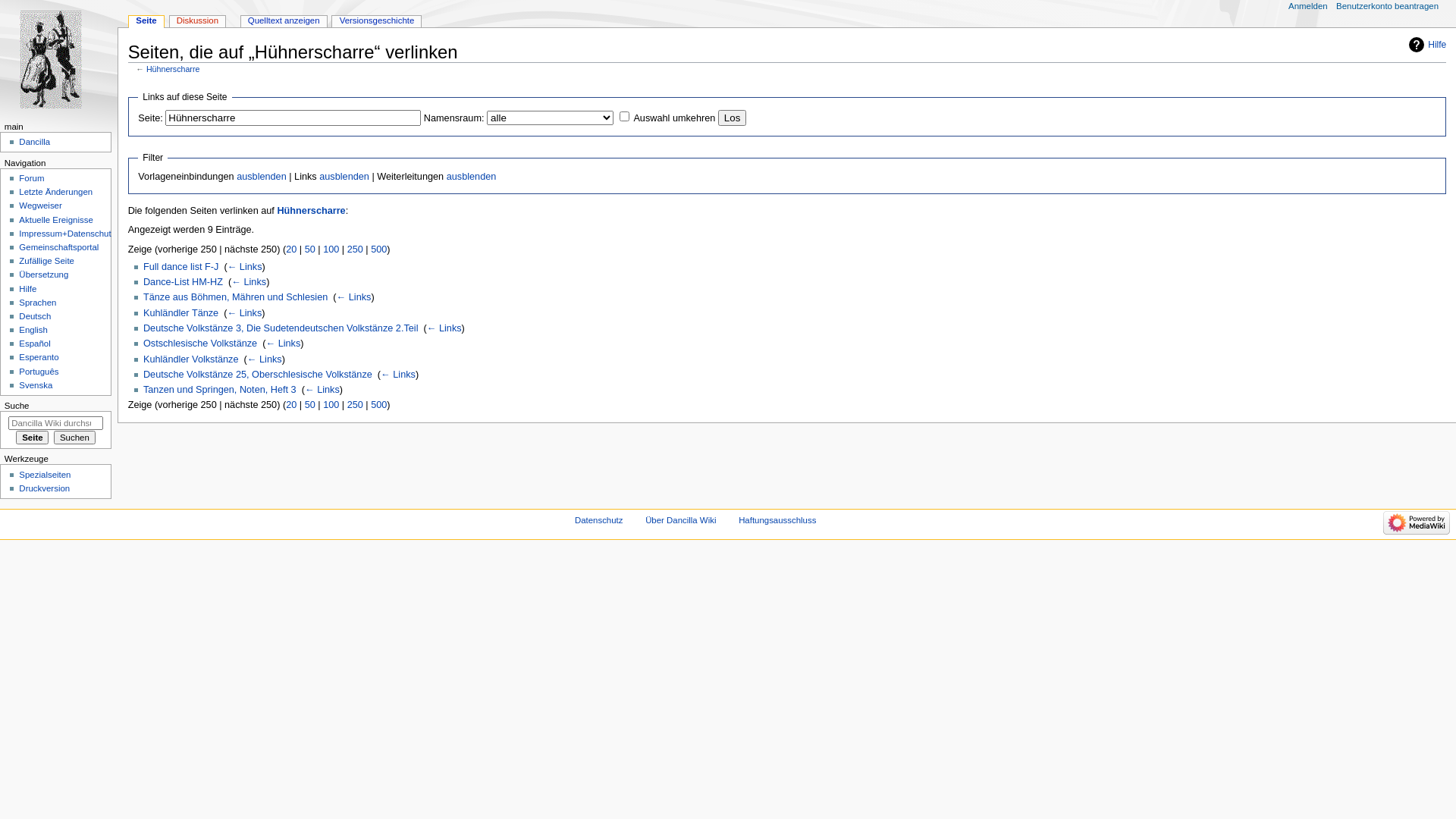 This screenshot has width=1456, height=819. What do you see at coordinates (18, 234) in the screenshot?
I see `'Impressum+Datenschutz'` at bounding box center [18, 234].